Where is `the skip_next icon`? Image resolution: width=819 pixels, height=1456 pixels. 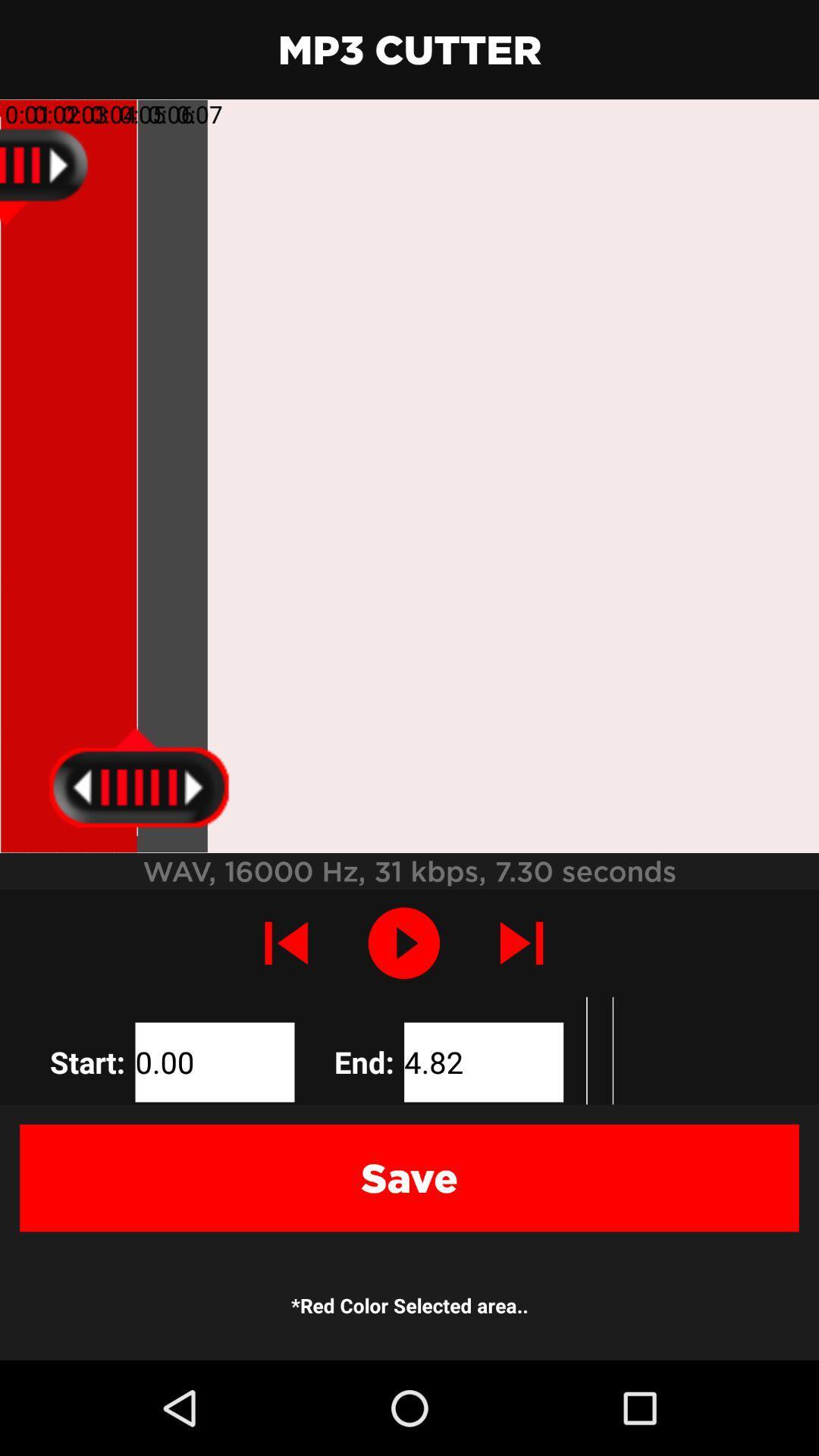
the skip_next icon is located at coordinates (521, 942).